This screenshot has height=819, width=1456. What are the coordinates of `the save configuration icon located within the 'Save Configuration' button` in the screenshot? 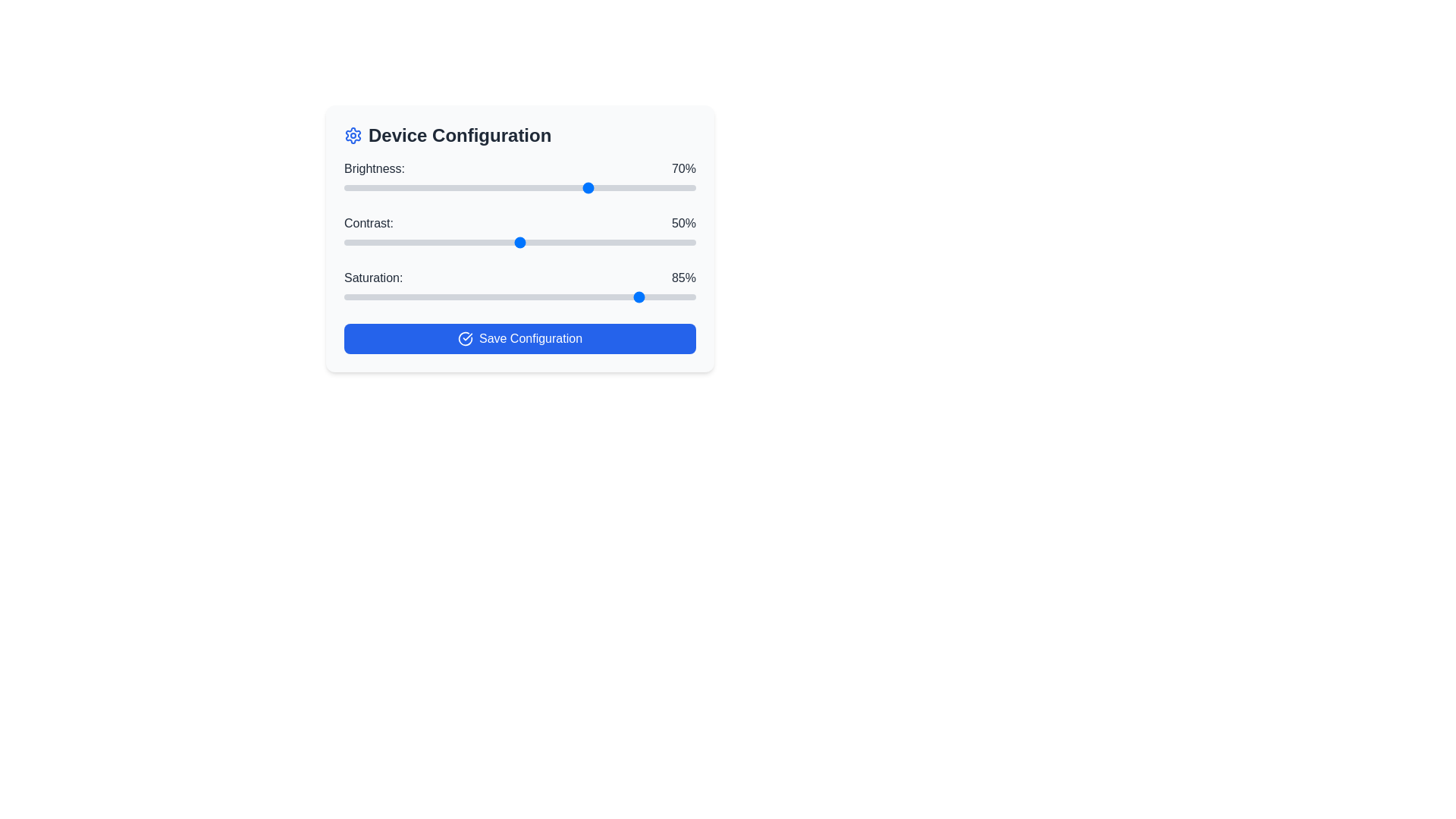 It's located at (465, 338).